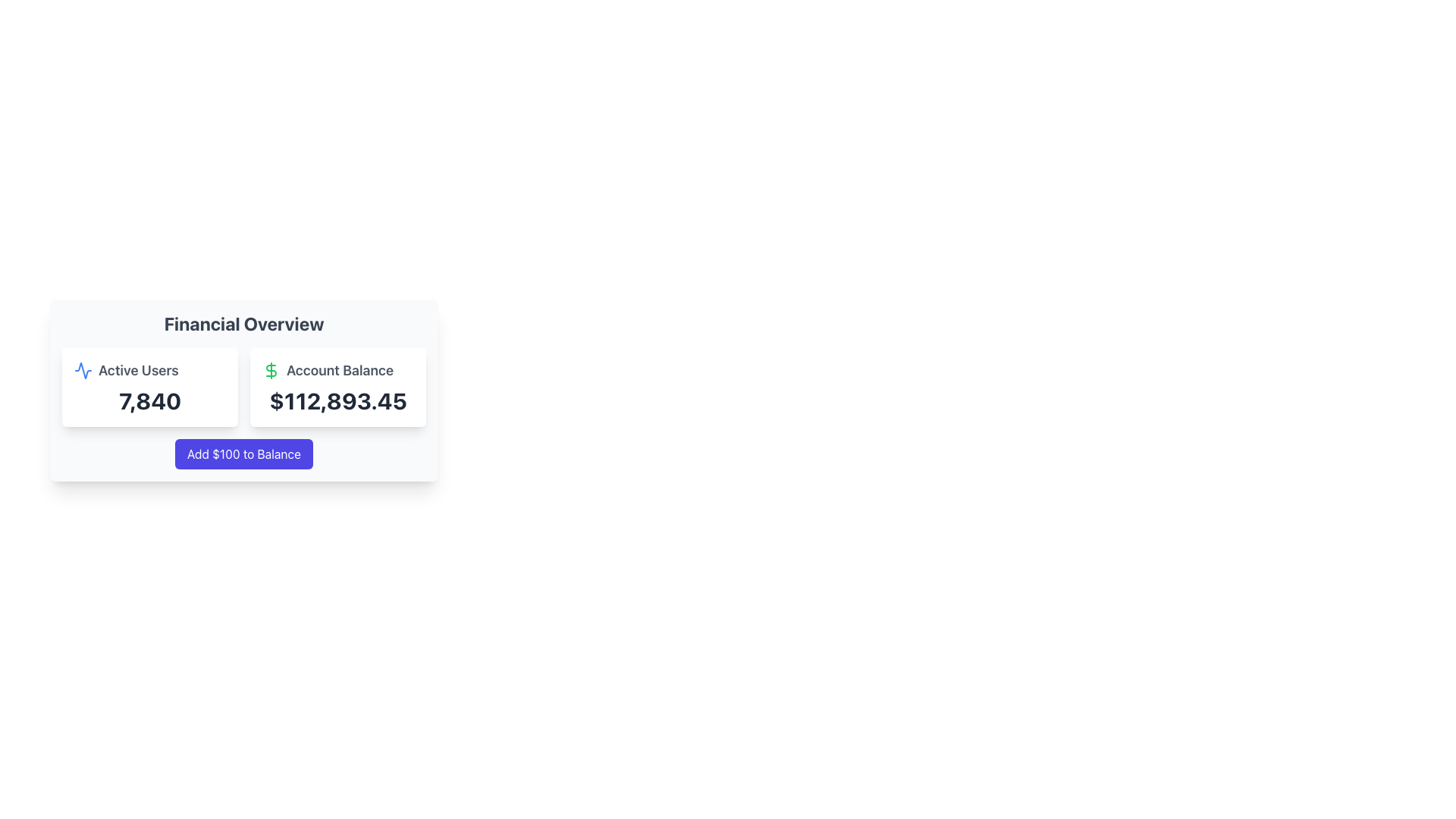 The height and width of the screenshot is (819, 1456). Describe the element at coordinates (83, 371) in the screenshot. I see `the icon located to the left of the 'Active Users' label in the 'Financial Overview' panel` at that location.